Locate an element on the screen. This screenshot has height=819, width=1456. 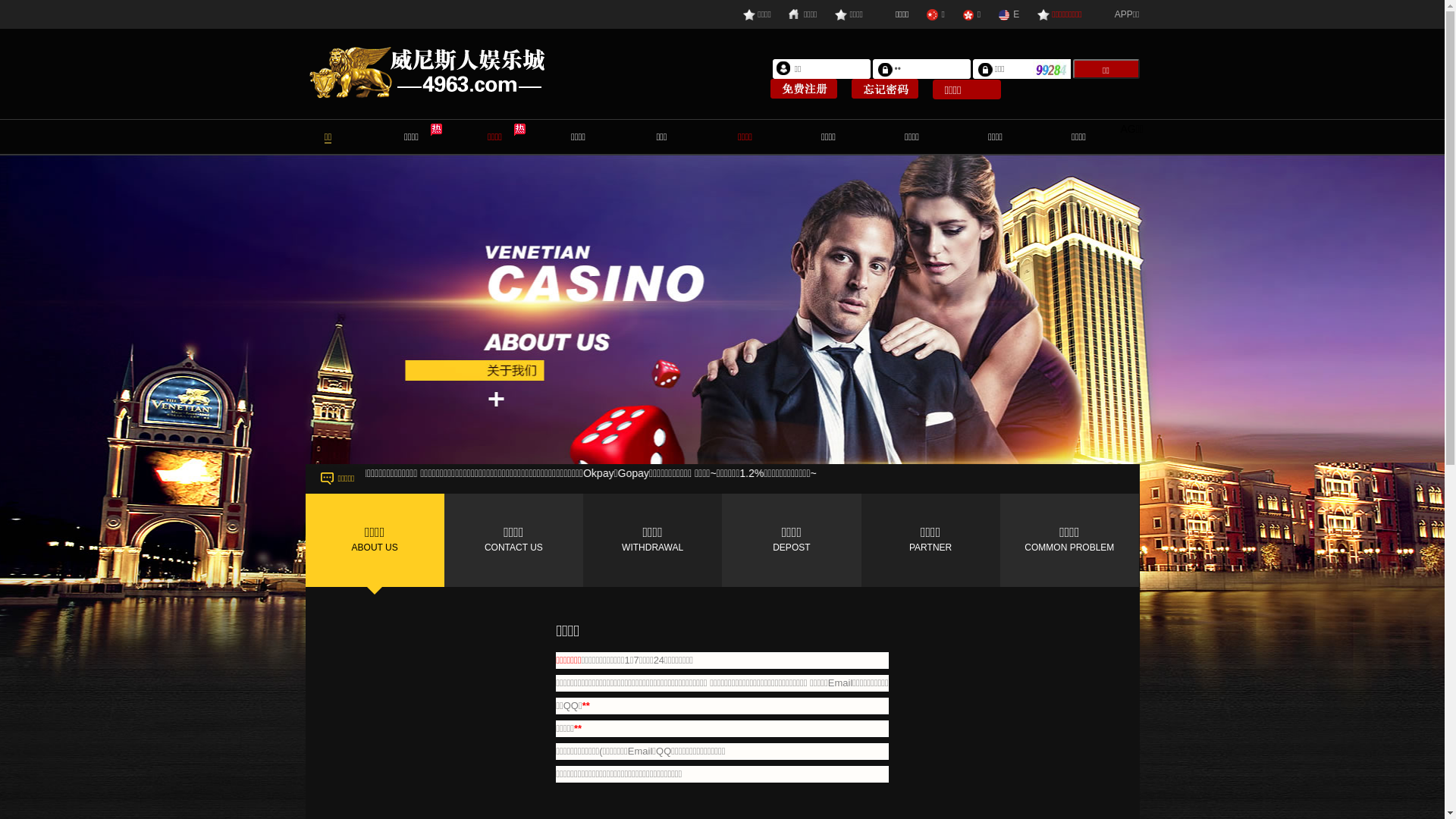
'E' is located at coordinates (1008, 14).